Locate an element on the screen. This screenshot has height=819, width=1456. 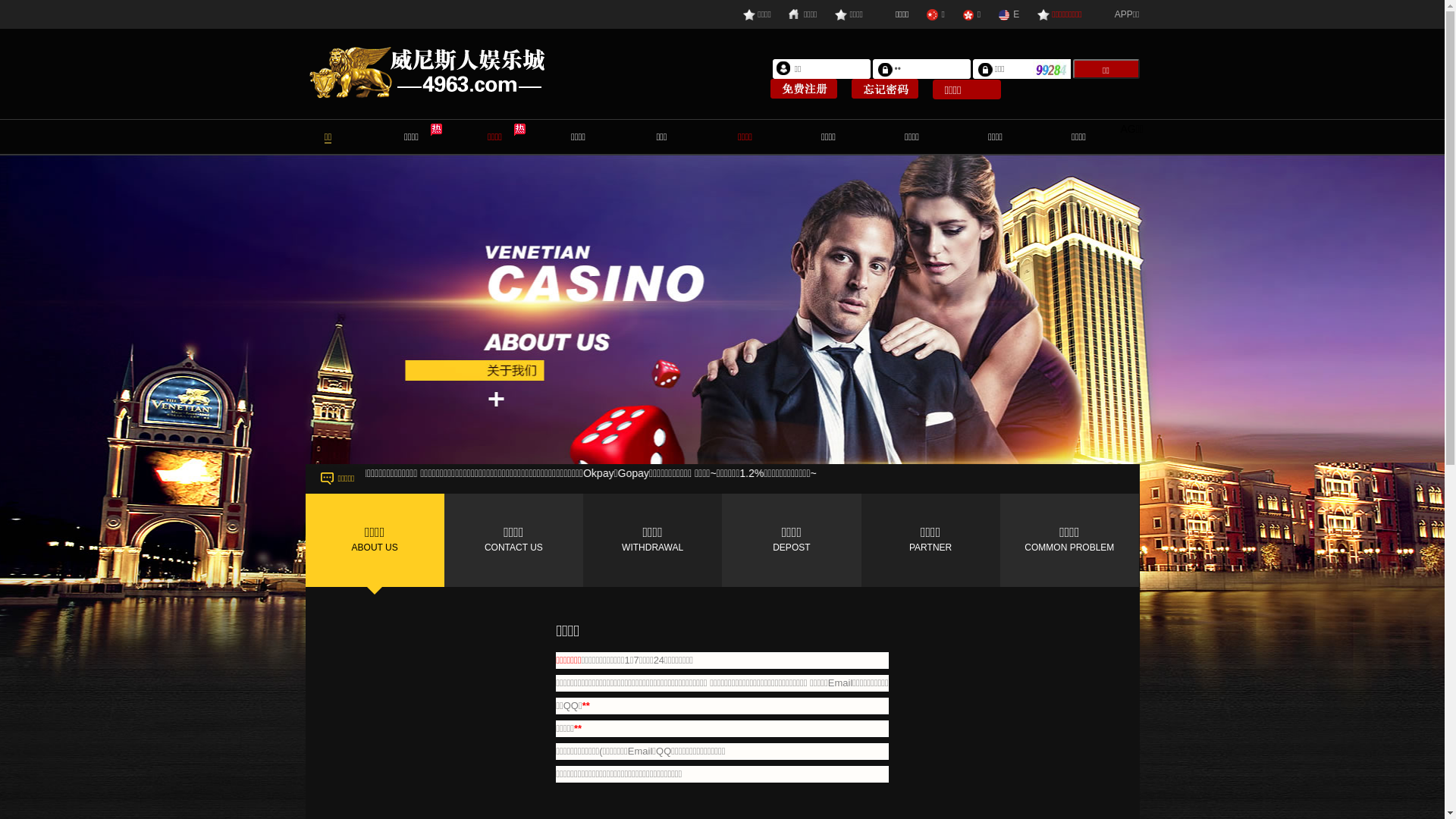
'E' is located at coordinates (1008, 14).